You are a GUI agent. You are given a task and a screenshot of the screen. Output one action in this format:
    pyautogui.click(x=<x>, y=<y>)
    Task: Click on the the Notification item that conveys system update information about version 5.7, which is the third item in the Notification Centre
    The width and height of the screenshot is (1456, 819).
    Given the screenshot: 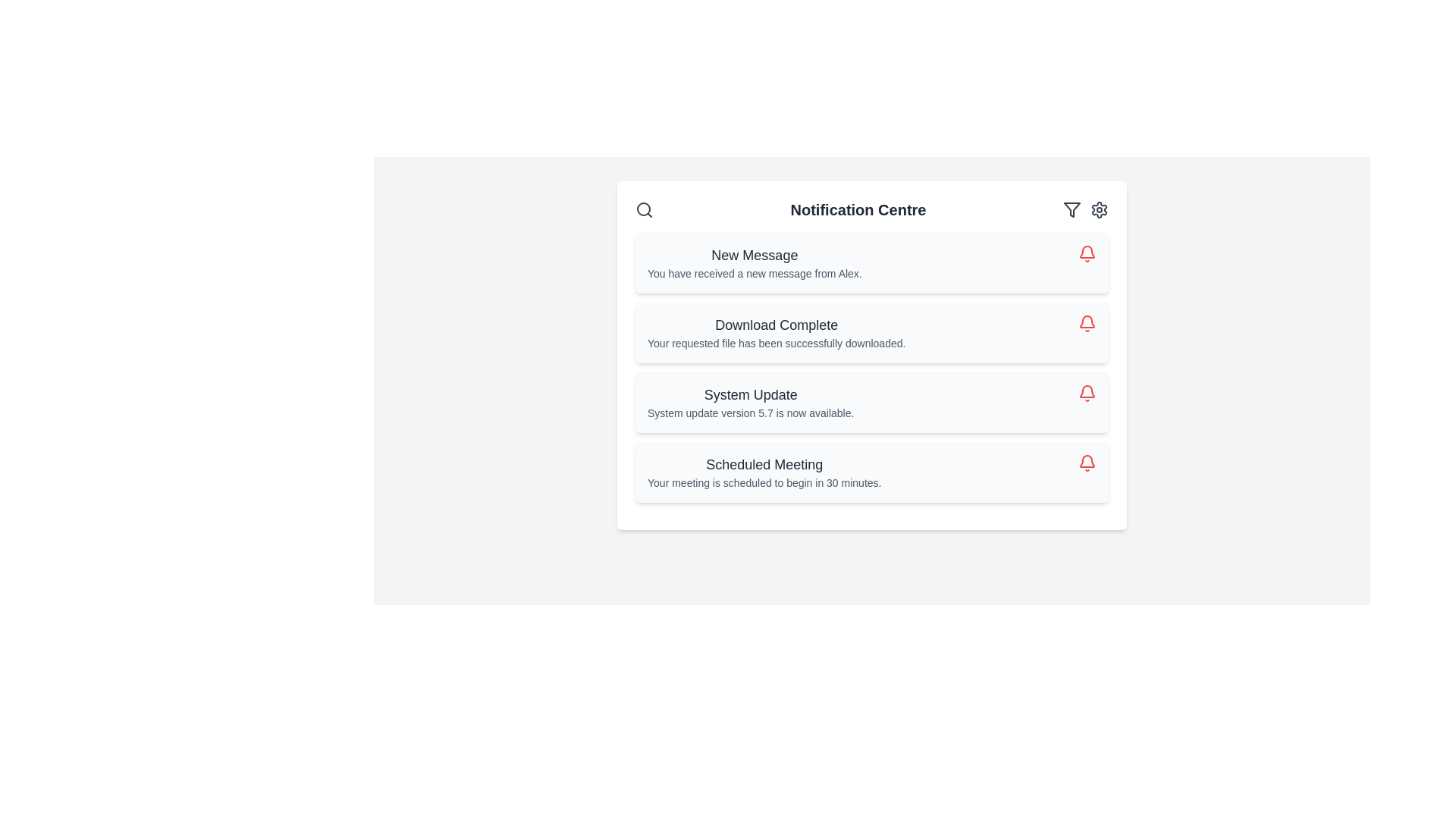 What is the action you would take?
    pyautogui.click(x=872, y=368)
    